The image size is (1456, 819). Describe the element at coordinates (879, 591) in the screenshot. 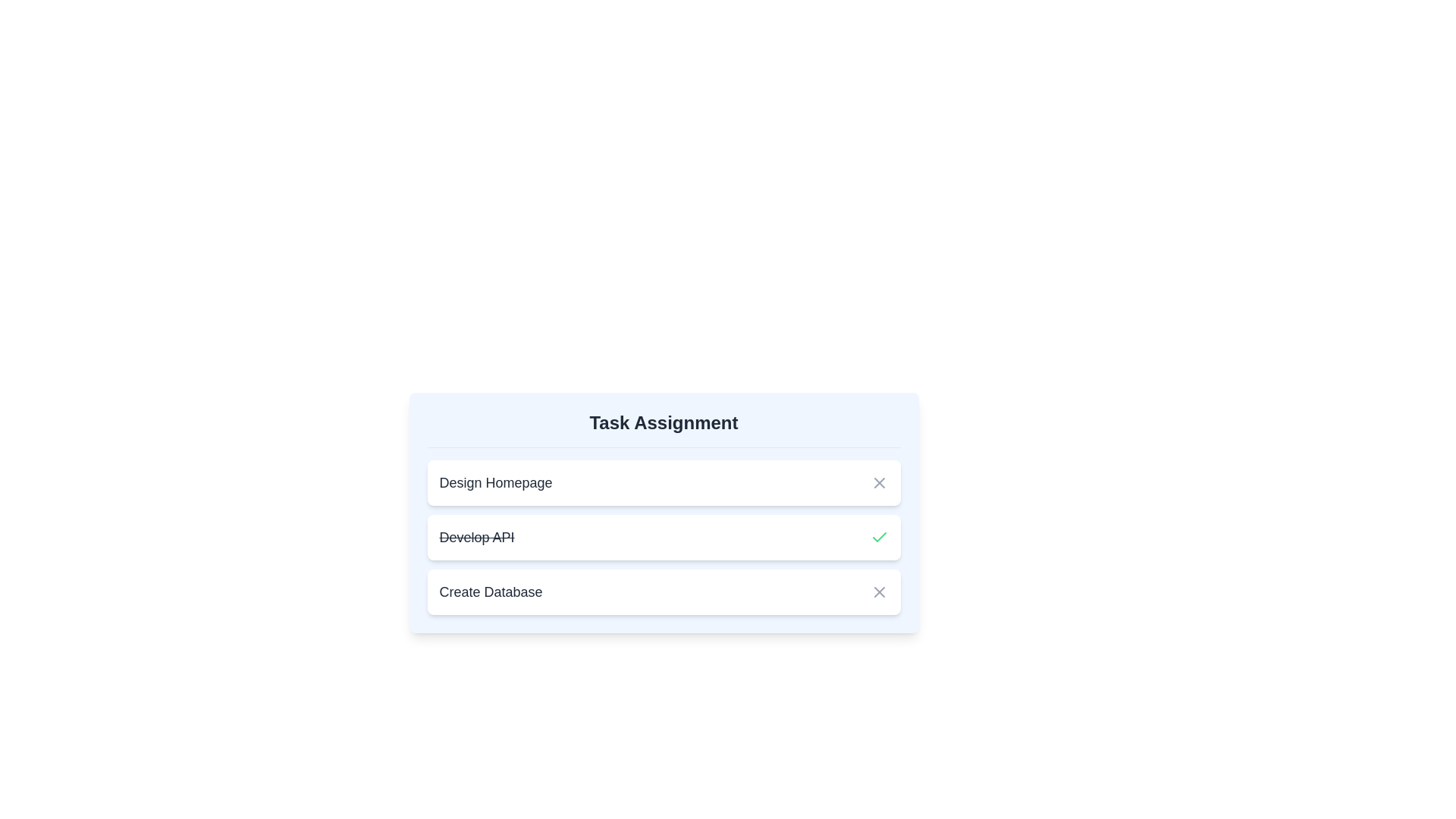

I see `the close or delete button (Icon Button) positioned to the right of the 'Create Database' text` at that location.